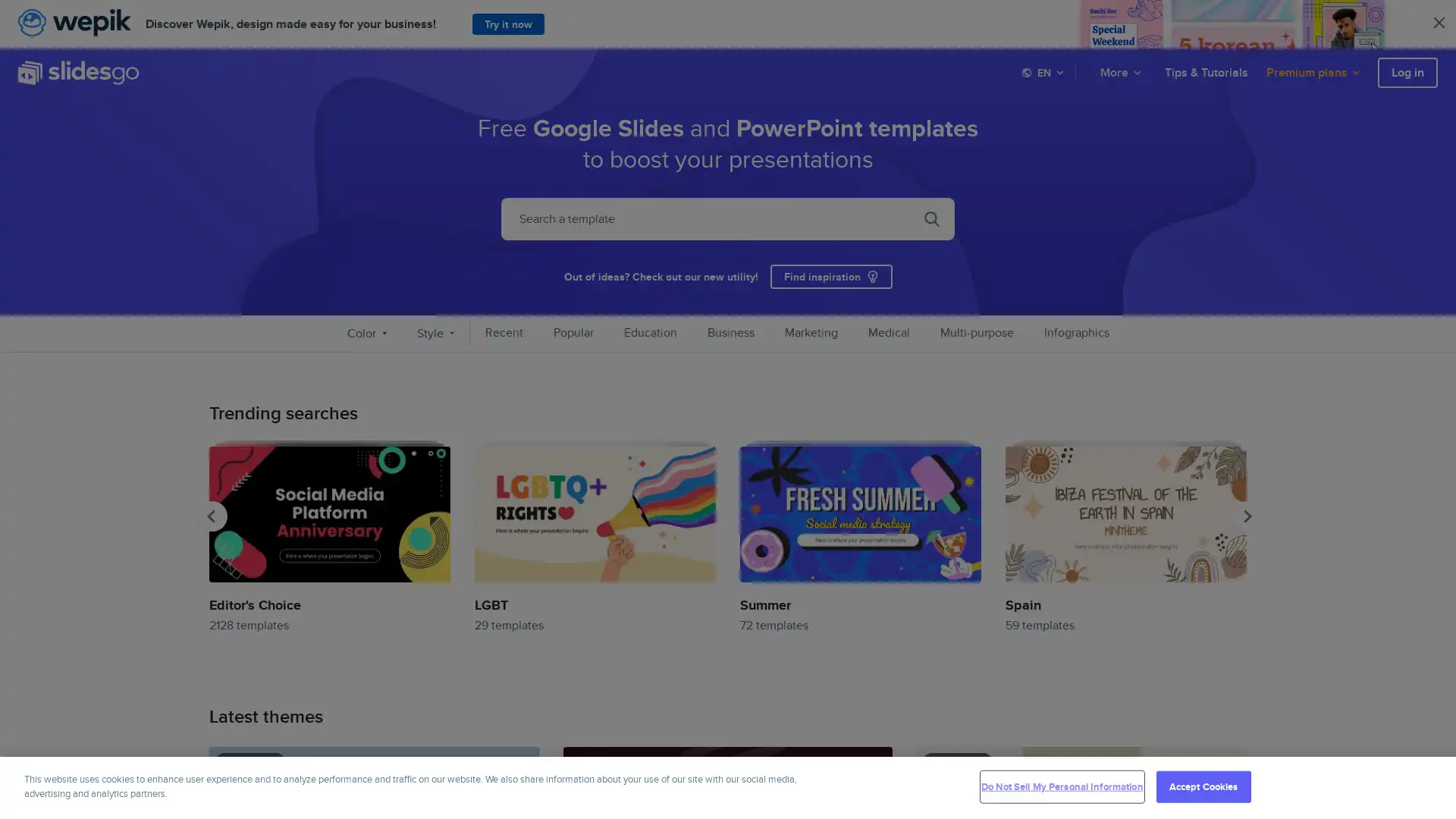  What do you see at coordinates (930, 218) in the screenshot?
I see `Search button` at bounding box center [930, 218].